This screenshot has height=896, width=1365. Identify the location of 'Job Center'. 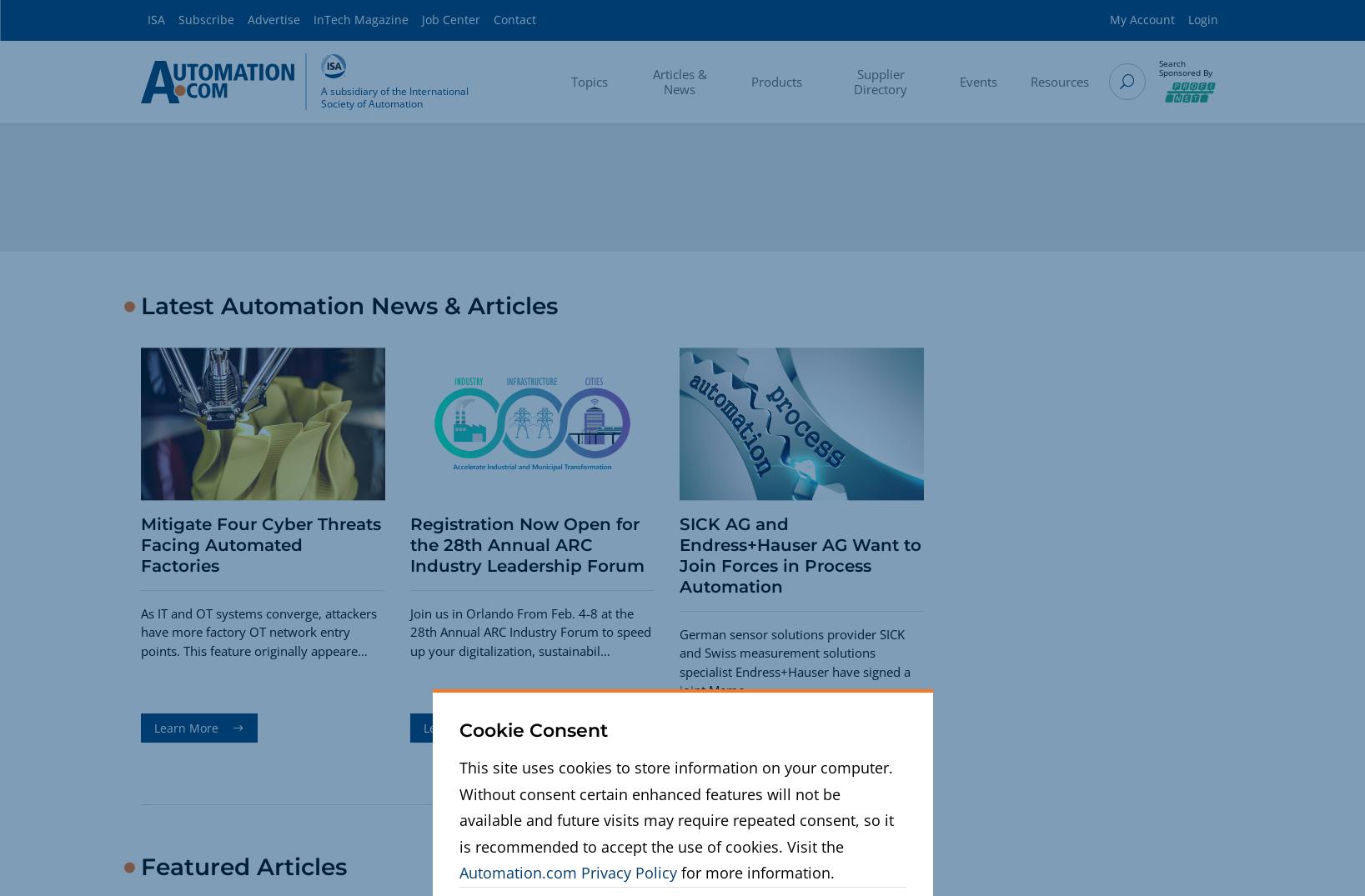
(449, 18).